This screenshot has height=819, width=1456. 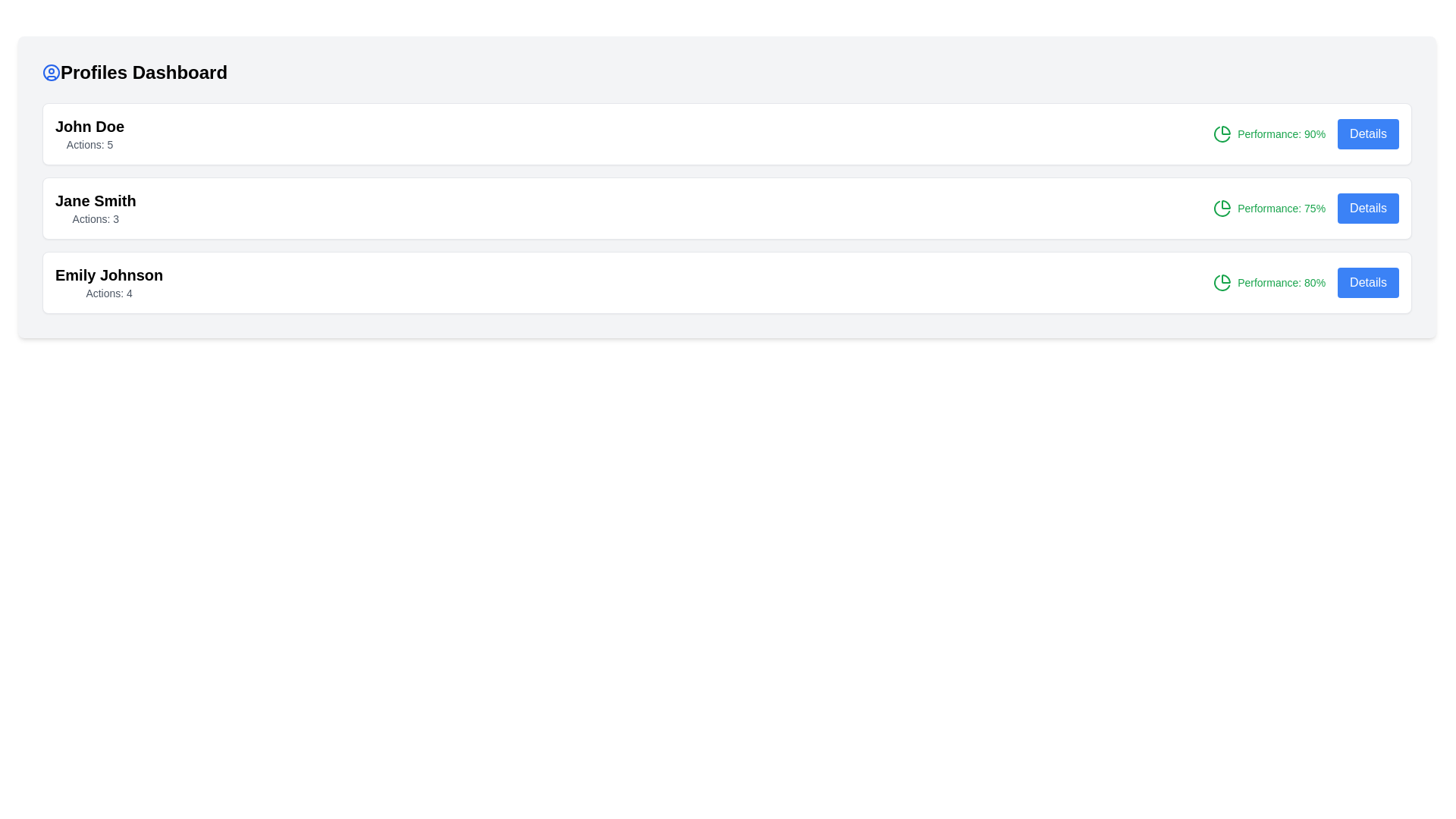 What do you see at coordinates (95, 208) in the screenshot?
I see `the text label displaying 'Jane Smith' which shows the name and action count in the second row of the Profiles Dashboard` at bounding box center [95, 208].